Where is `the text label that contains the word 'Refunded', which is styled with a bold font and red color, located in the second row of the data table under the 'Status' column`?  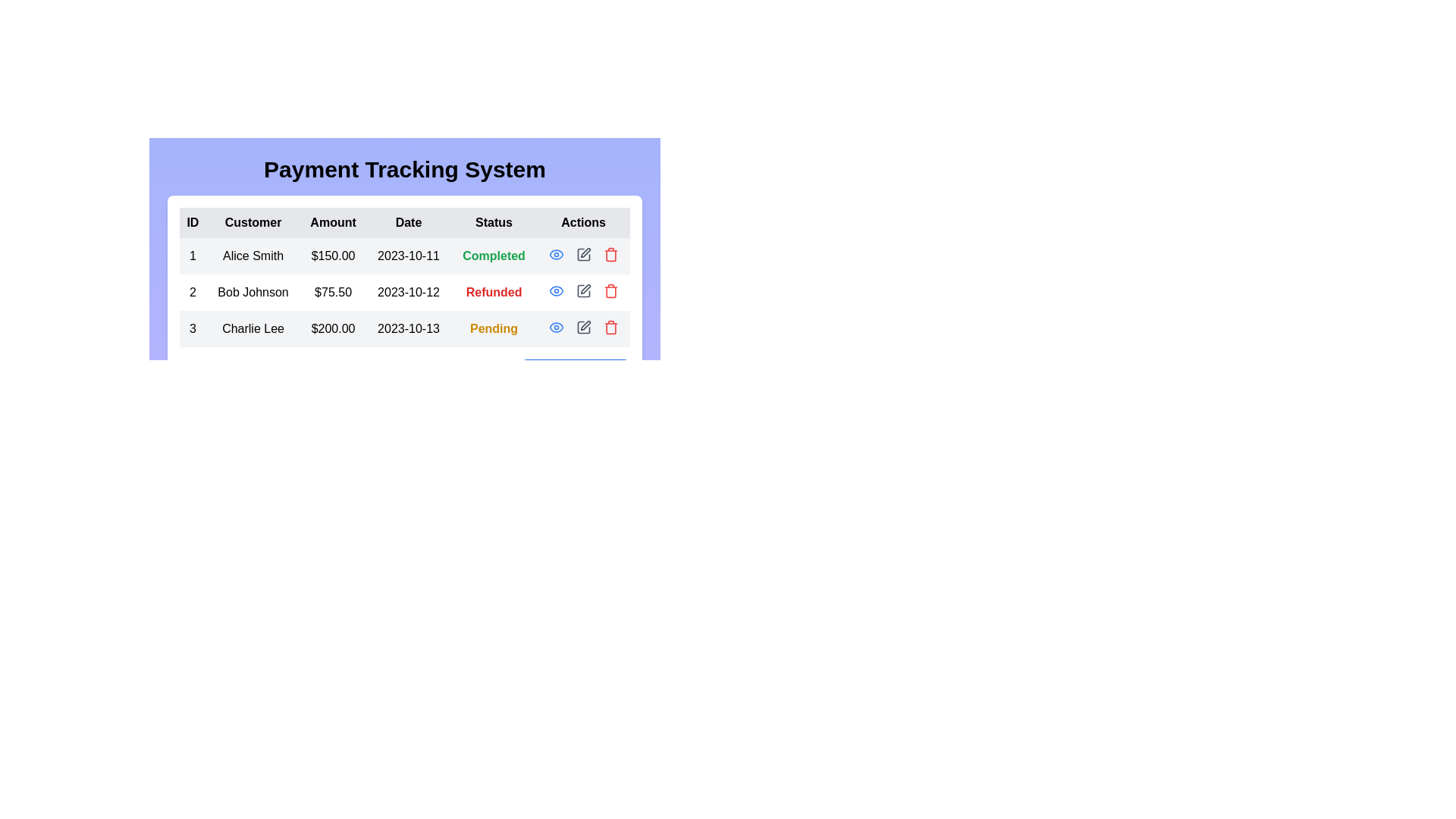
the text label that contains the word 'Refunded', which is styled with a bold font and red color, located in the second row of the data table under the 'Status' column is located at coordinates (494, 292).